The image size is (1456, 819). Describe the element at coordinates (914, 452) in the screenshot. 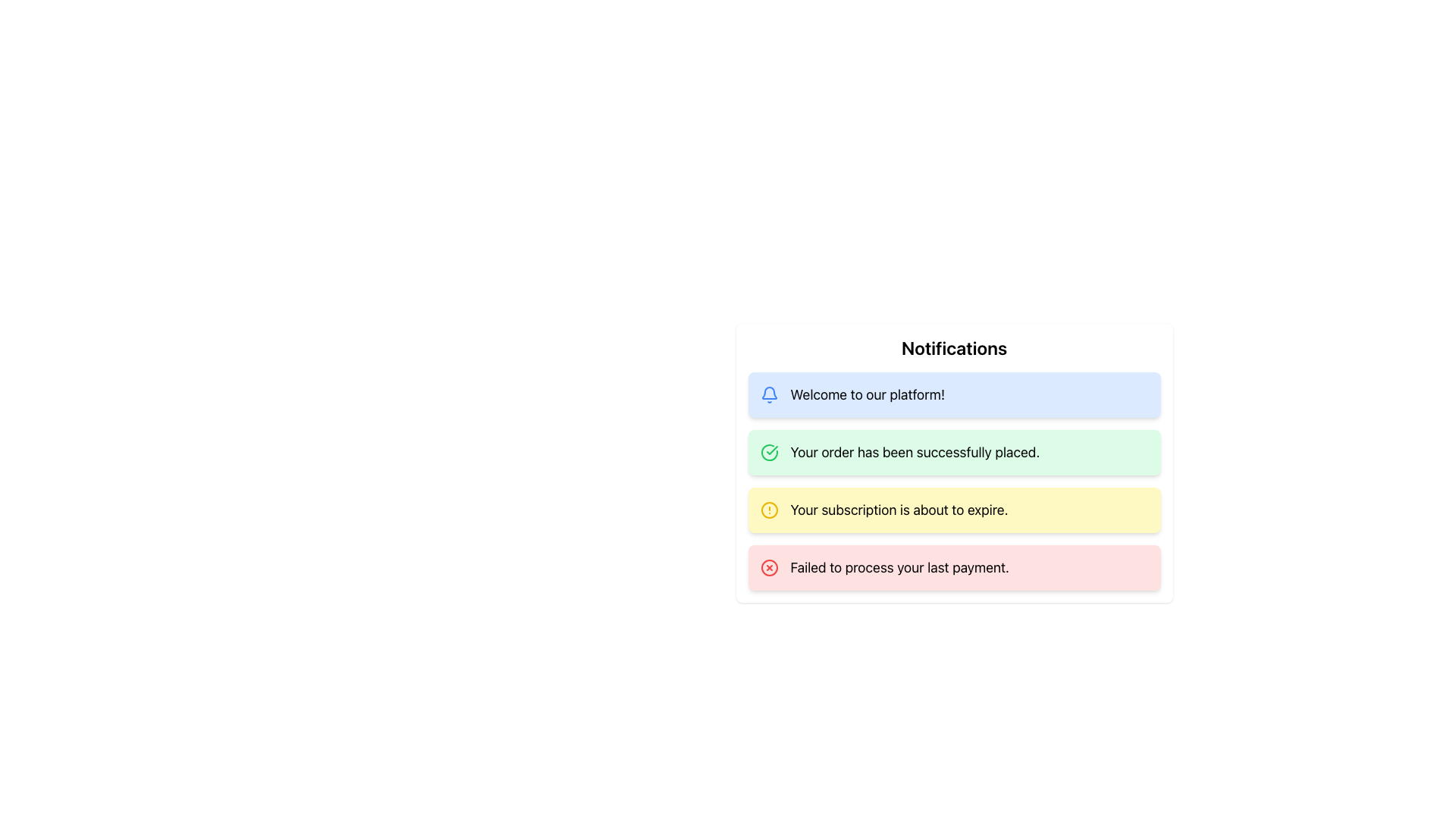

I see `static text that informs the user their order has been placed successfully, located within a green alert box as the second notification in a vertical notification list` at that location.